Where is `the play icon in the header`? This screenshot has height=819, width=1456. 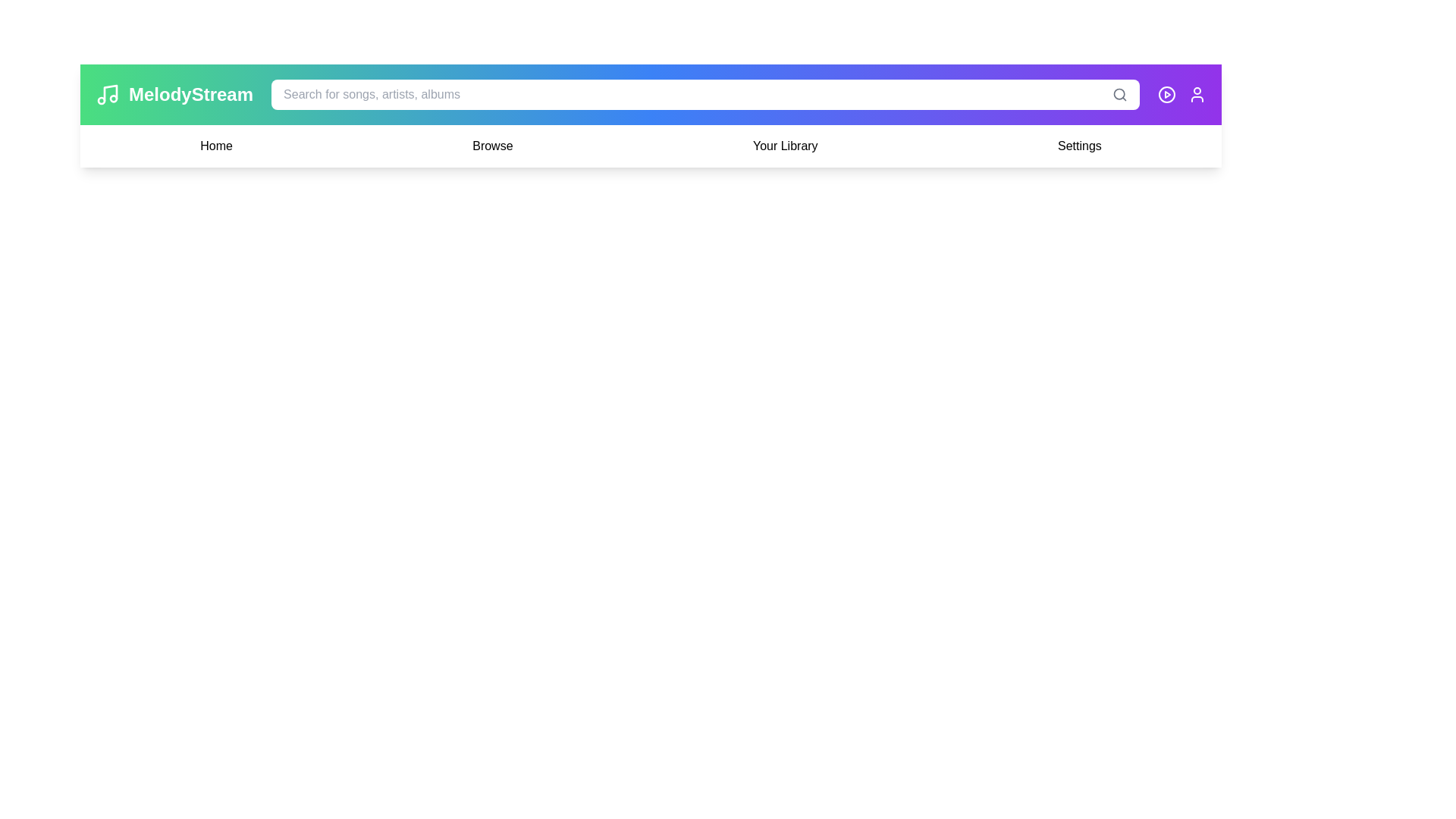
the play icon in the header is located at coordinates (1166, 94).